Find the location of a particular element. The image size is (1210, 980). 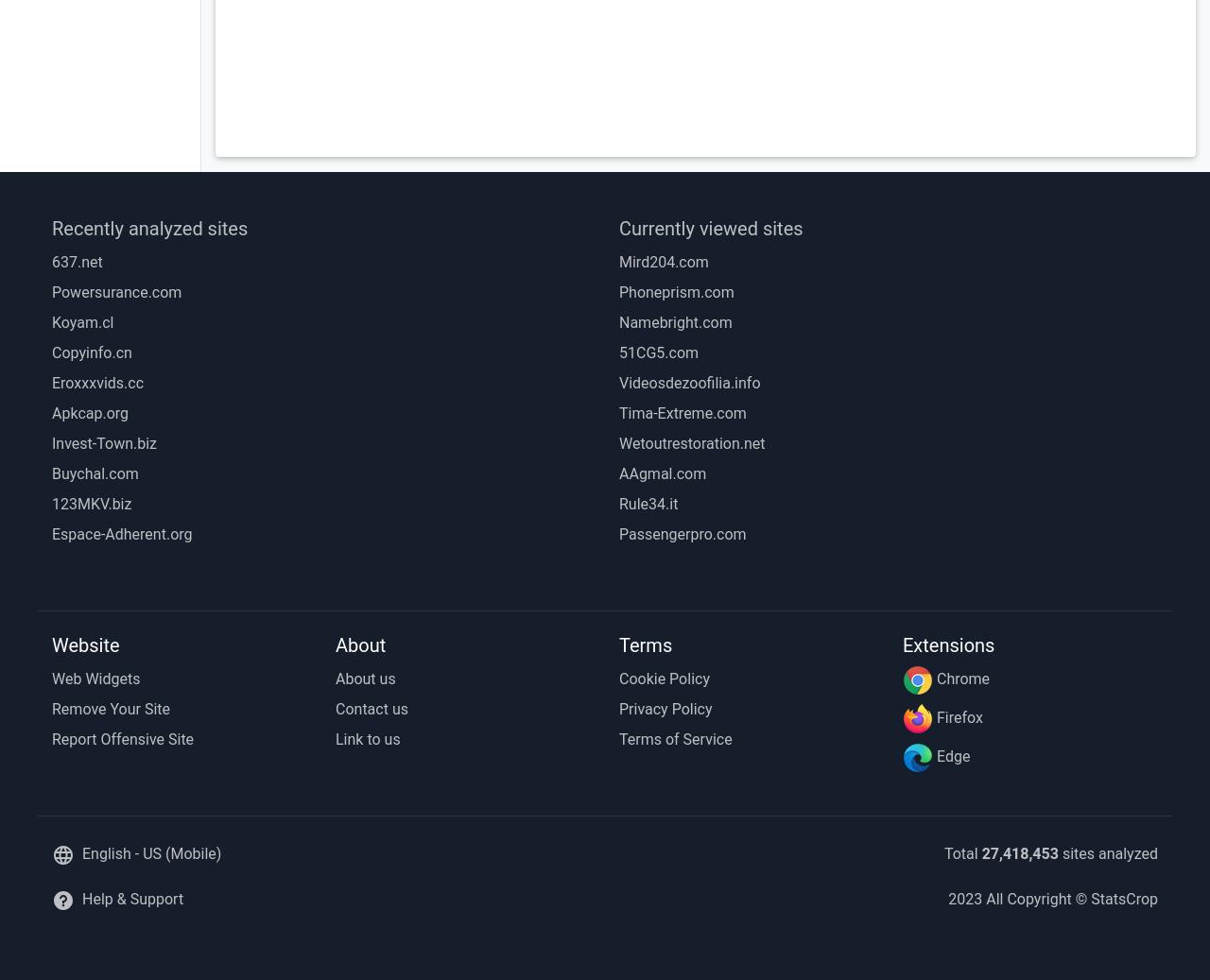

'637.net' is located at coordinates (76, 261).